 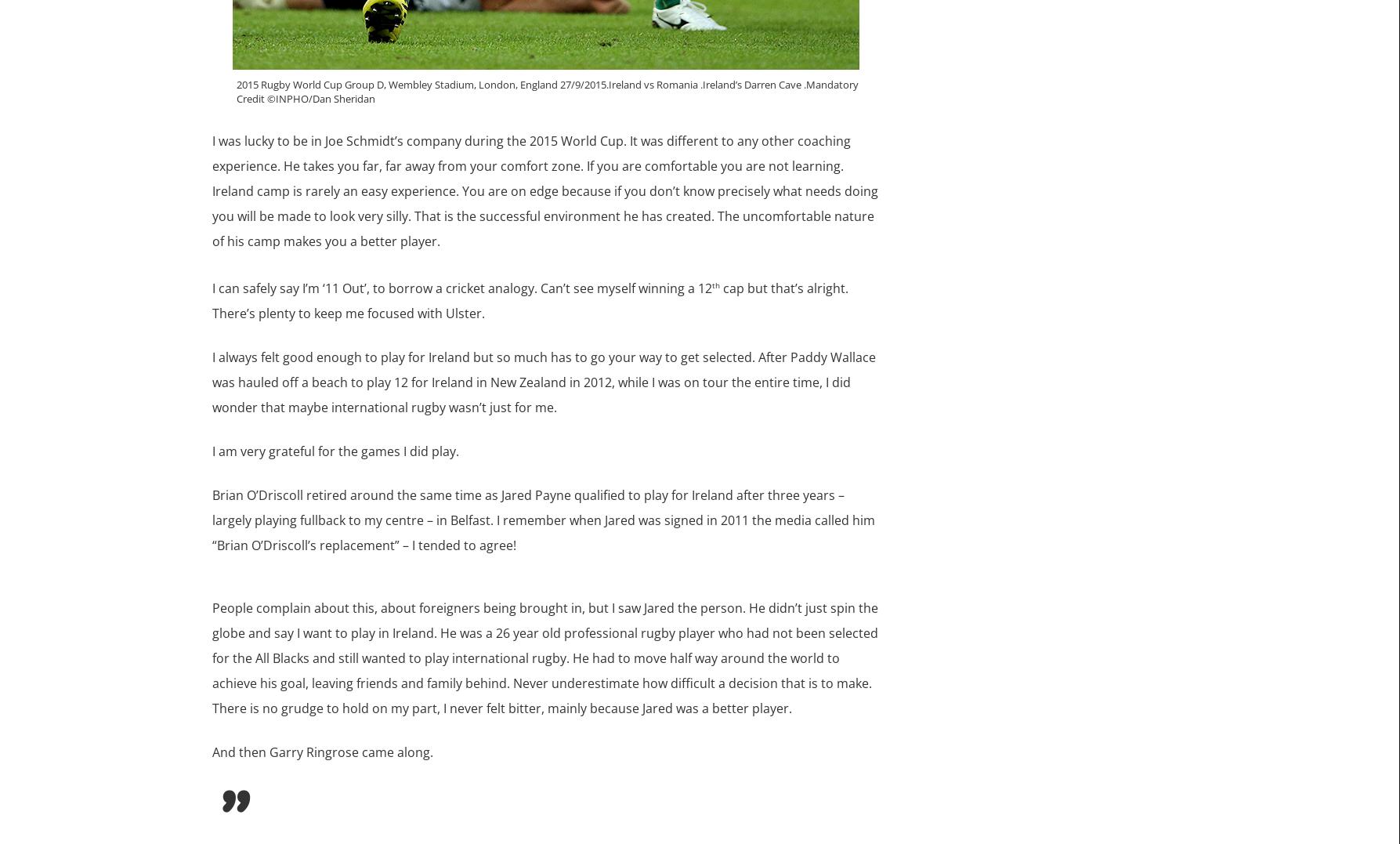 What do you see at coordinates (541, 519) in the screenshot?
I see `'Brian O’Driscoll retired around the same time as Jared Payne qualified to play for Ireland after three years – largely playing fullback to my centre – in Belfast. I remember when Jared was signed in 2011 the media called him “Brian O’Driscoll’s replacement” – I tended to agree!'` at bounding box center [541, 519].